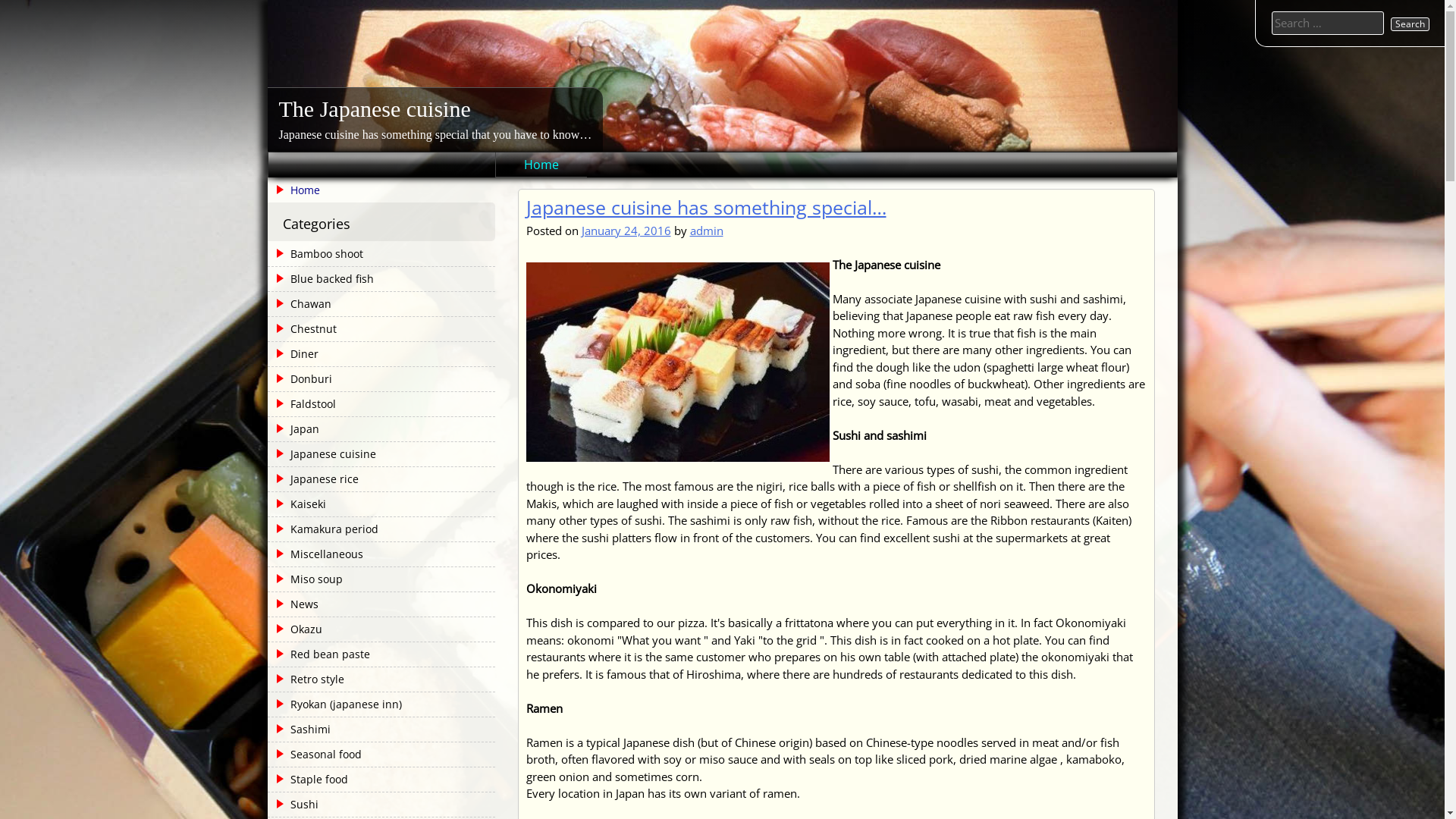 Image resolution: width=1456 pixels, height=819 pixels. Describe the element at coordinates (315, 253) in the screenshot. I see `'Bamboo shoot'` at that location.